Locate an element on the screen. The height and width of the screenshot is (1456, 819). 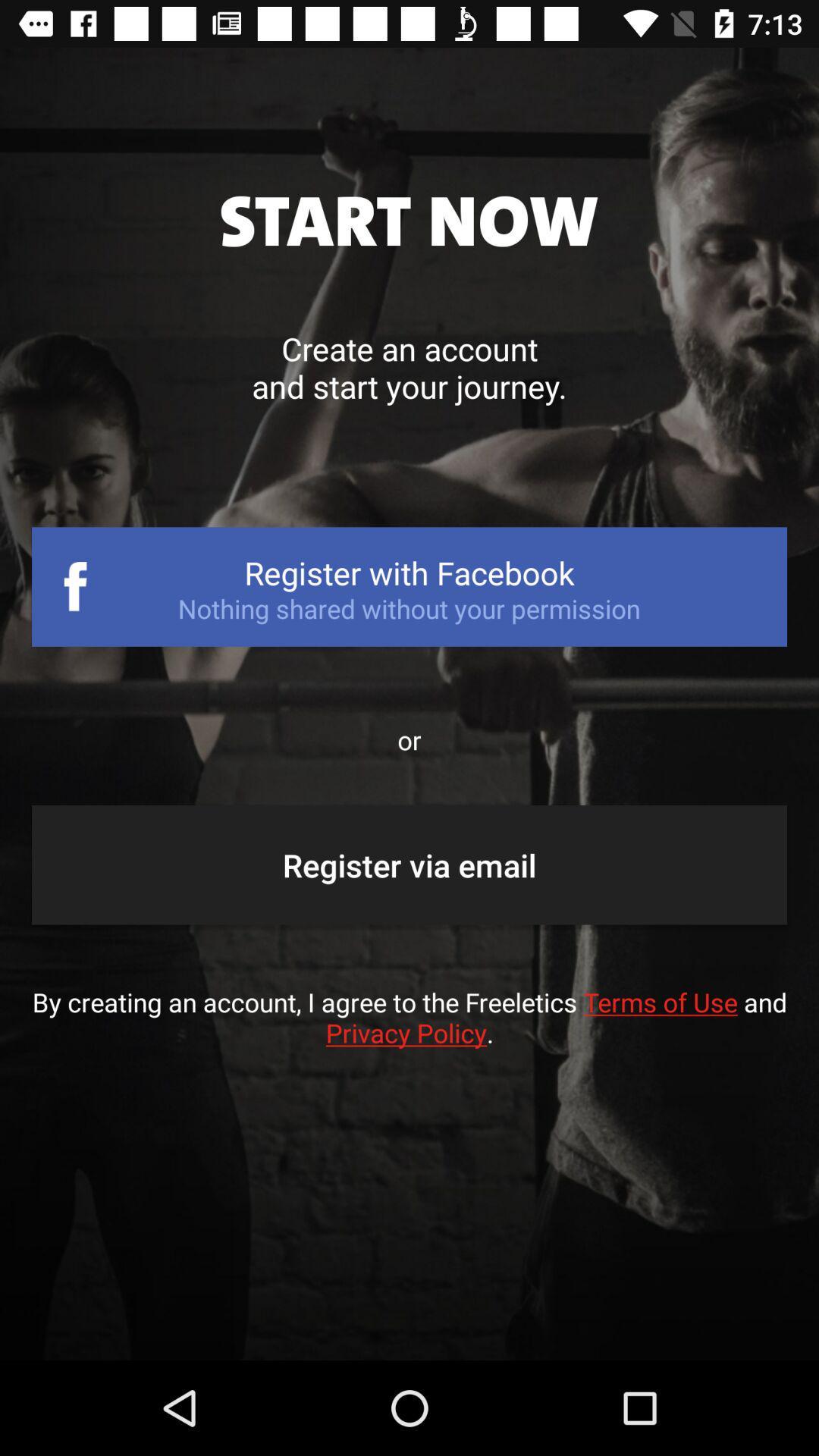
the icon below the or is located at coordinates (409, 864).